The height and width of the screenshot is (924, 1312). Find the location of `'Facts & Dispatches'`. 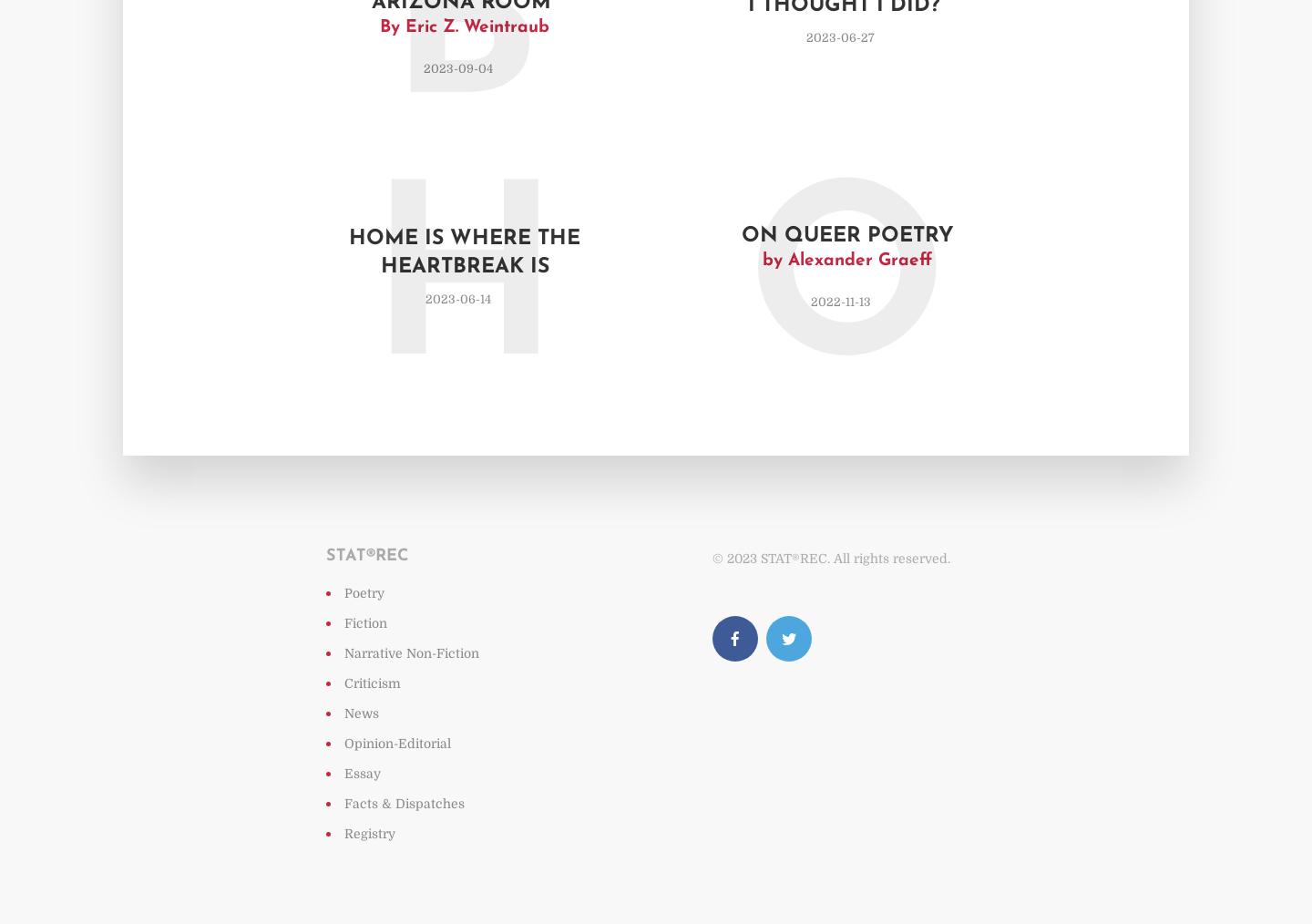

'Facts & Dispatches' is located at coordinates (343, 802).